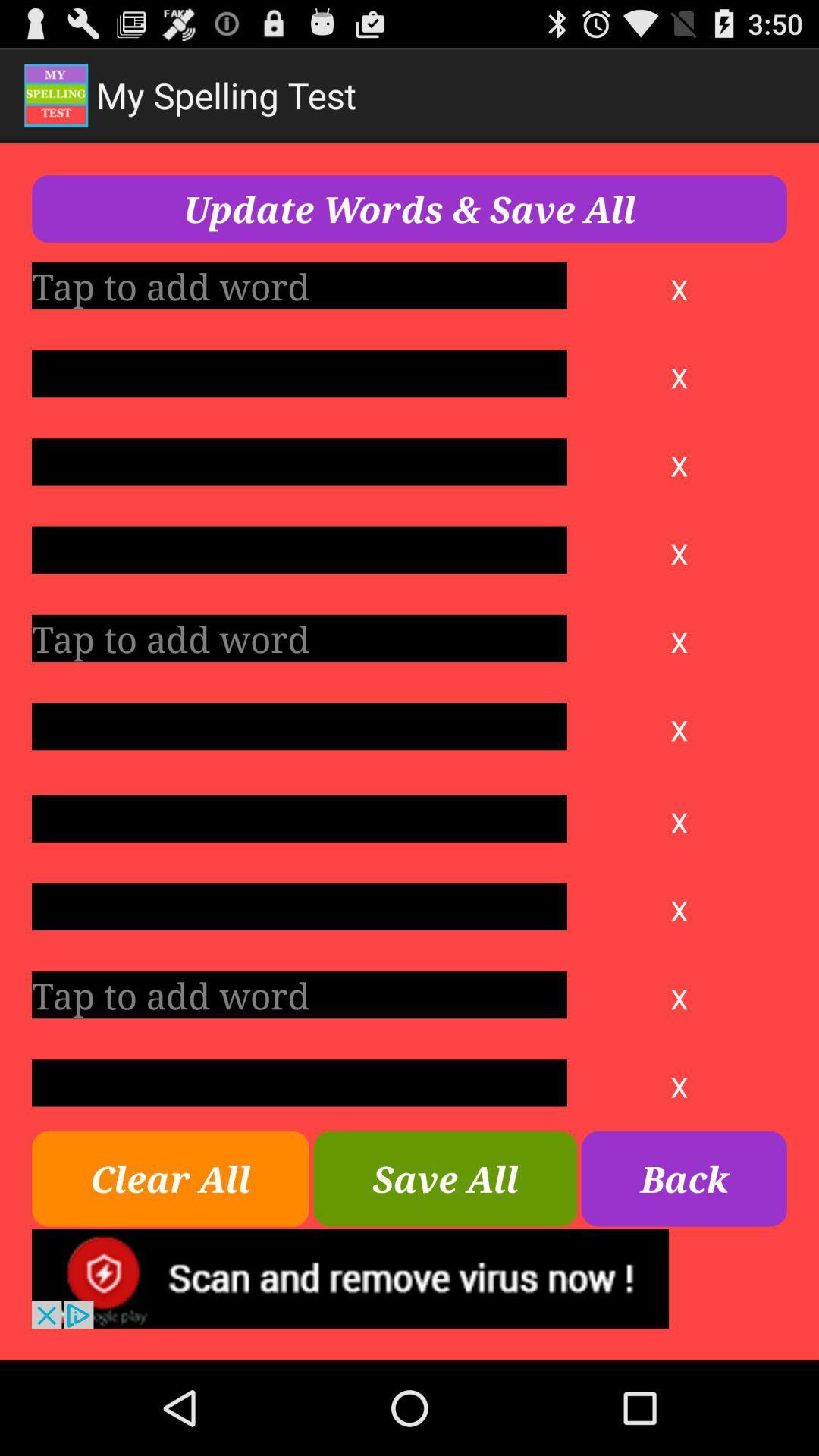 This screenshot has height=1456, width=819. What do you see at coordinates (299, 995) in the screenshot?
I see `search box` at bounding box center [299, 995].